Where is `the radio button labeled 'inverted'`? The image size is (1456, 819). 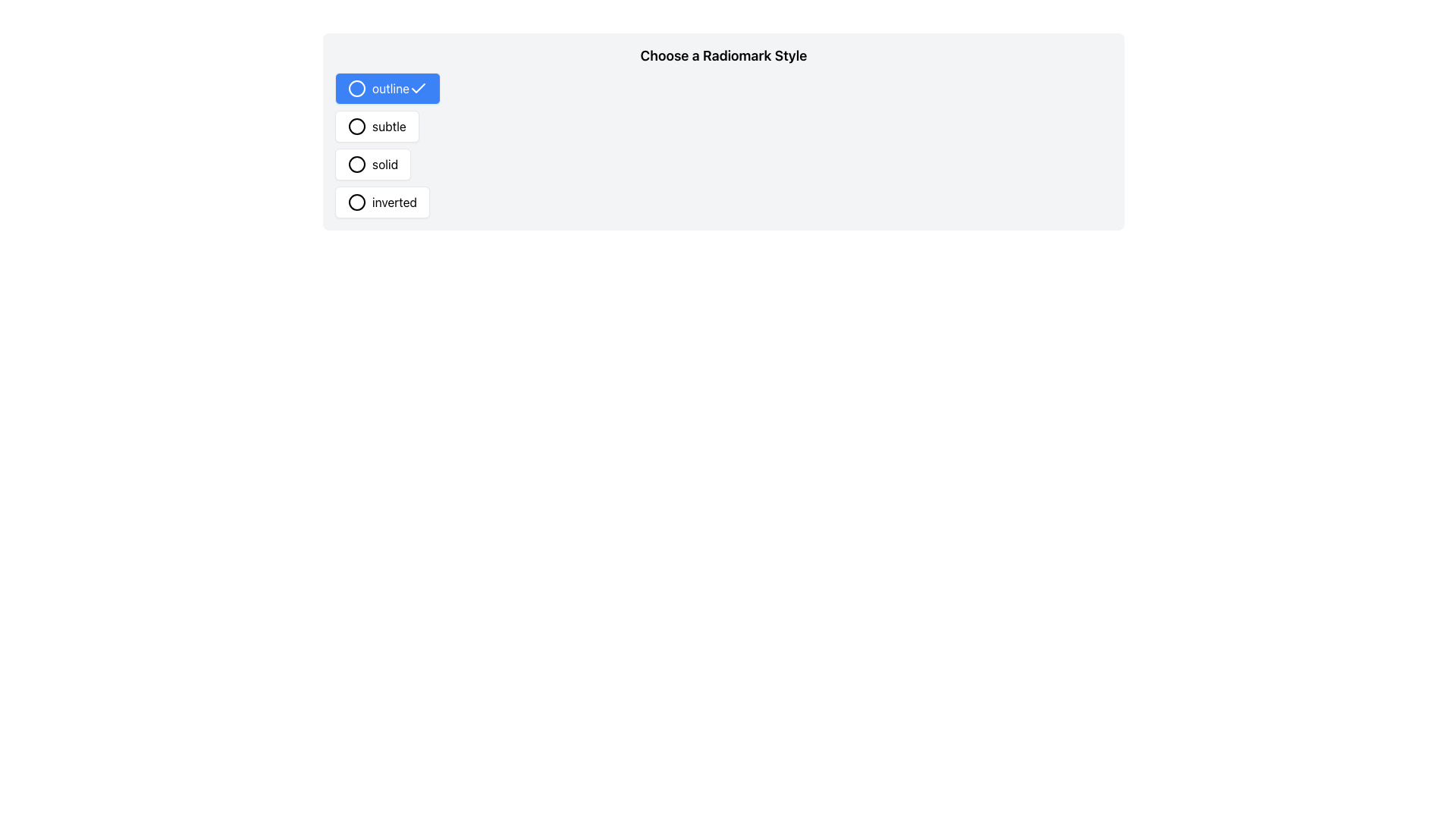
the radio button labeled 'inverted' is located at coordinates (382, 201).